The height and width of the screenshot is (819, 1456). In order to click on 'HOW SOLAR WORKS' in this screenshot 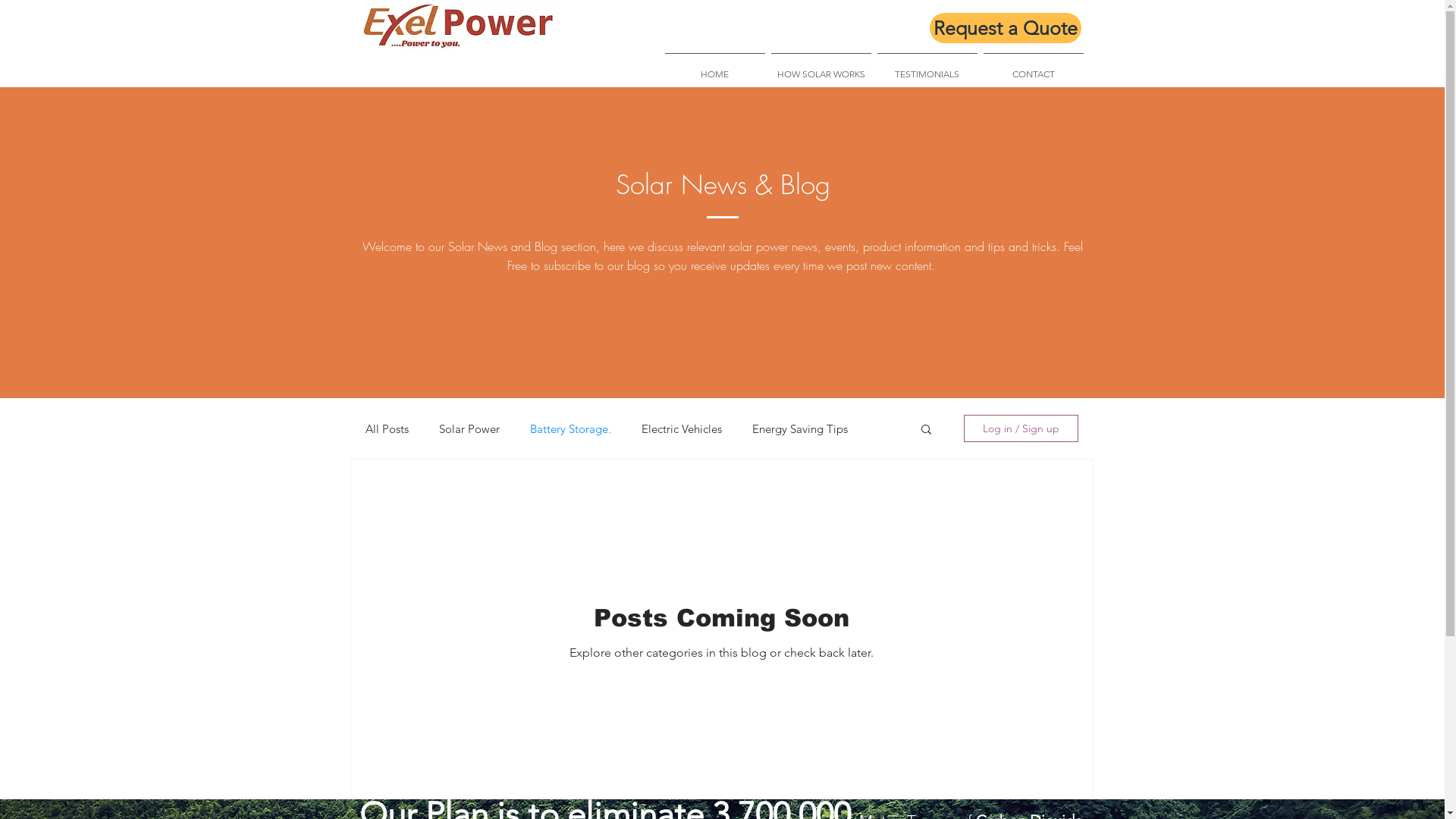, I will do `click(819, 66)`.